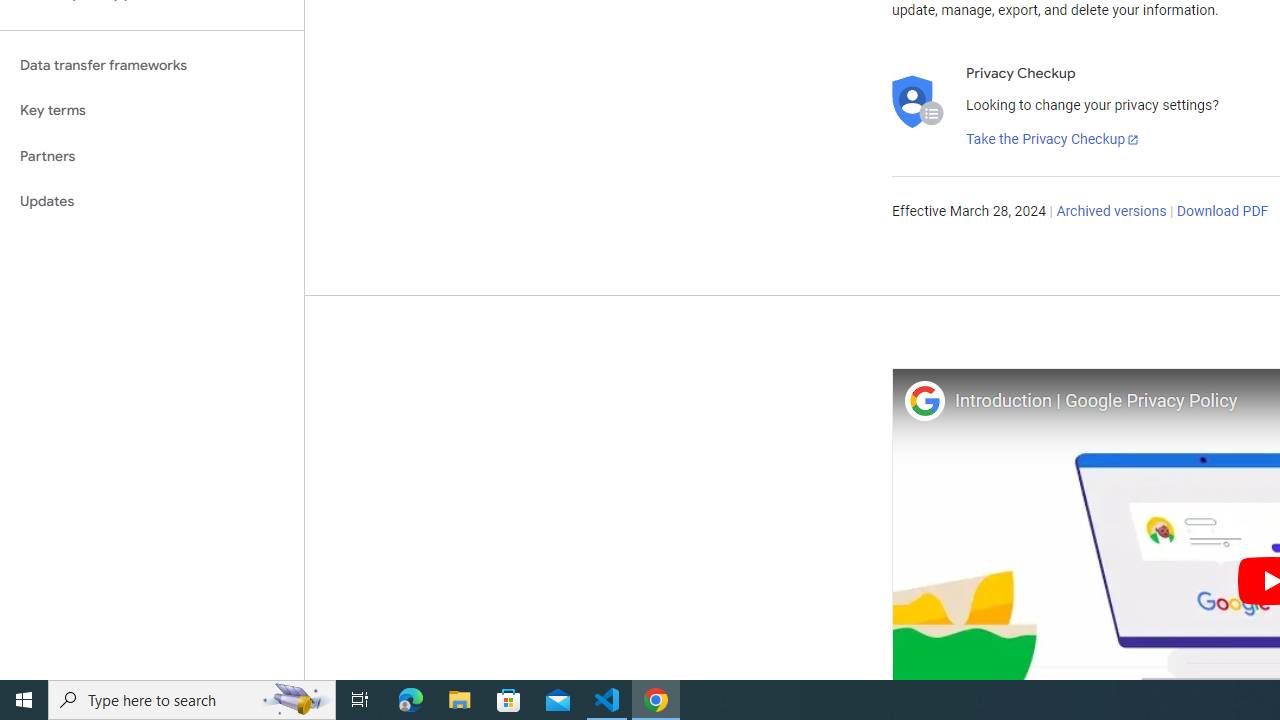 This screenshot has height=720, width=1280. Describe the element at coordinates (151, 110) in the screenshot. I see `'Key terms'` at that location.